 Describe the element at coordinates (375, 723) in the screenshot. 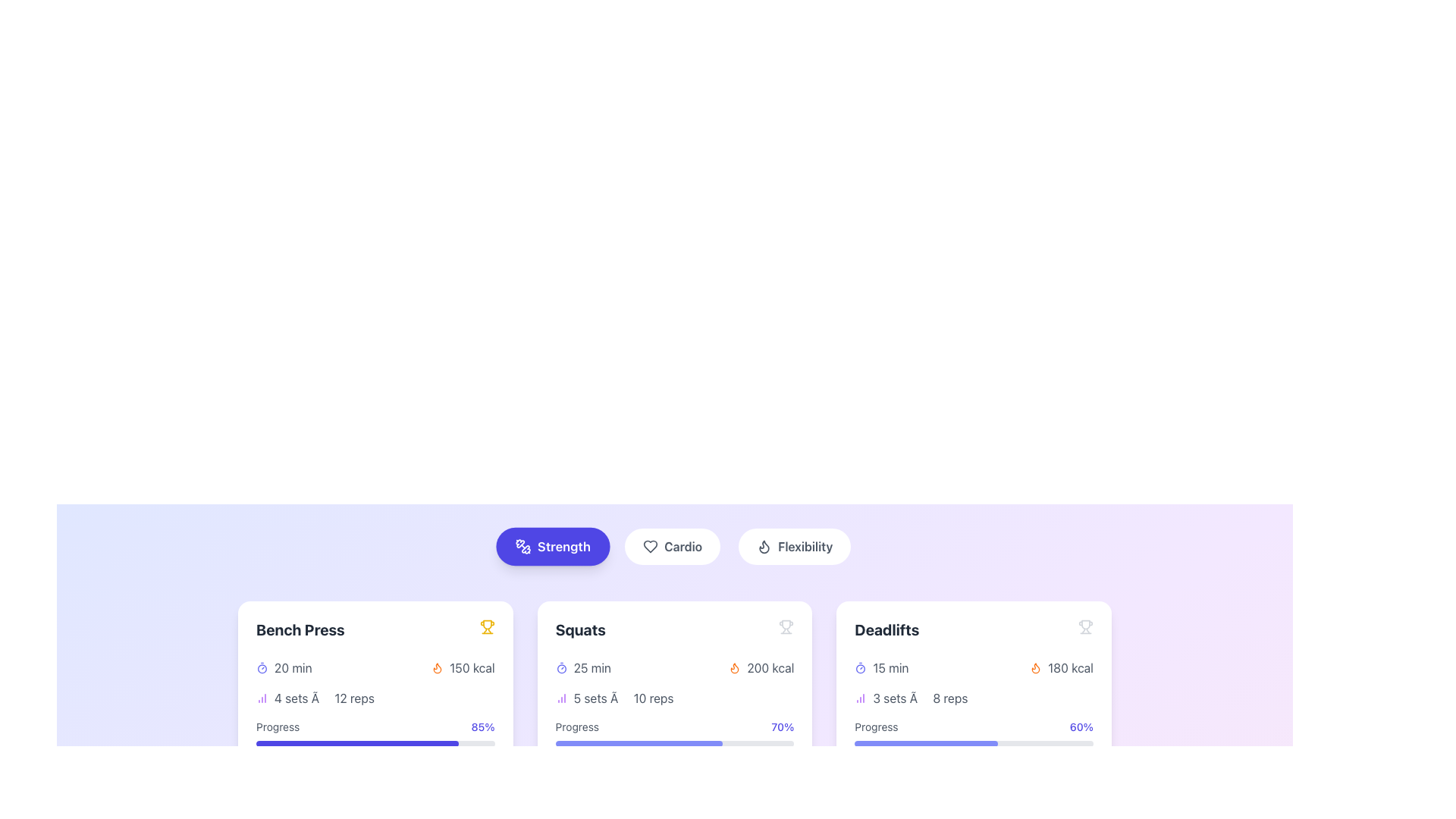

I see `the Informational block displaying workout details for the 'Bench Press' workout, located` at that location.